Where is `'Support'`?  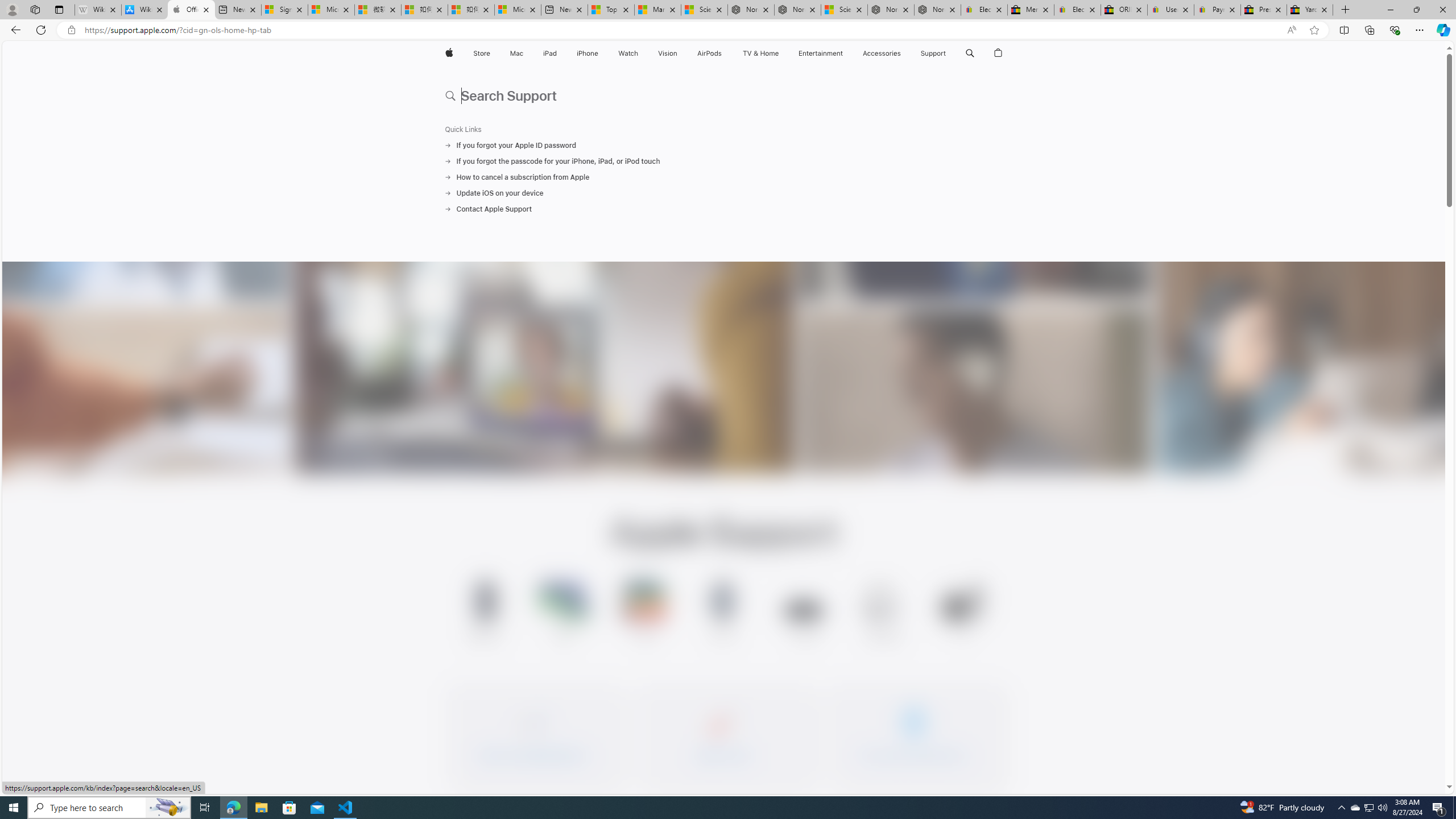 'Support' is located at coordinates (932, 53).